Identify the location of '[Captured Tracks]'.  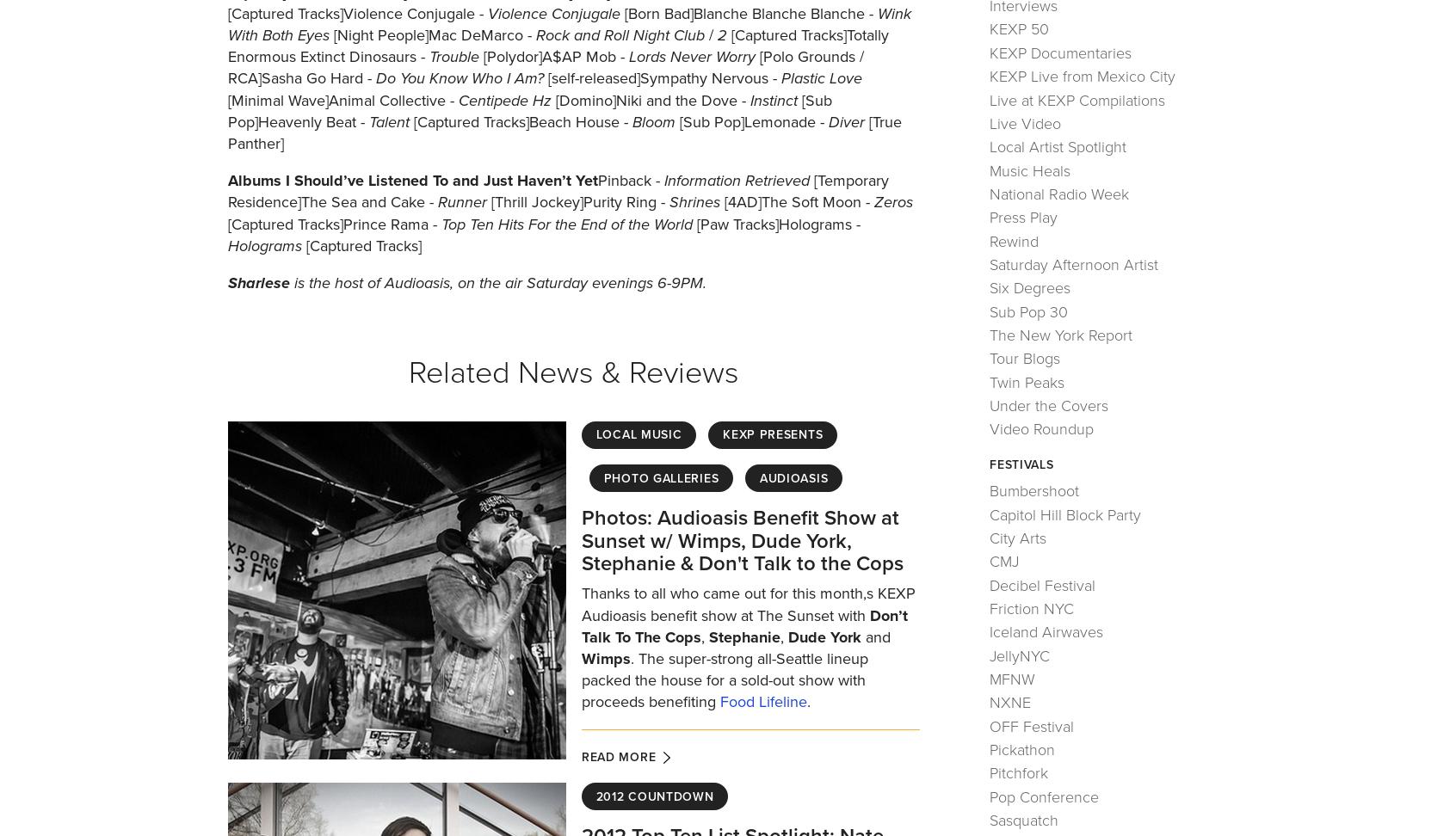
(361, 244).